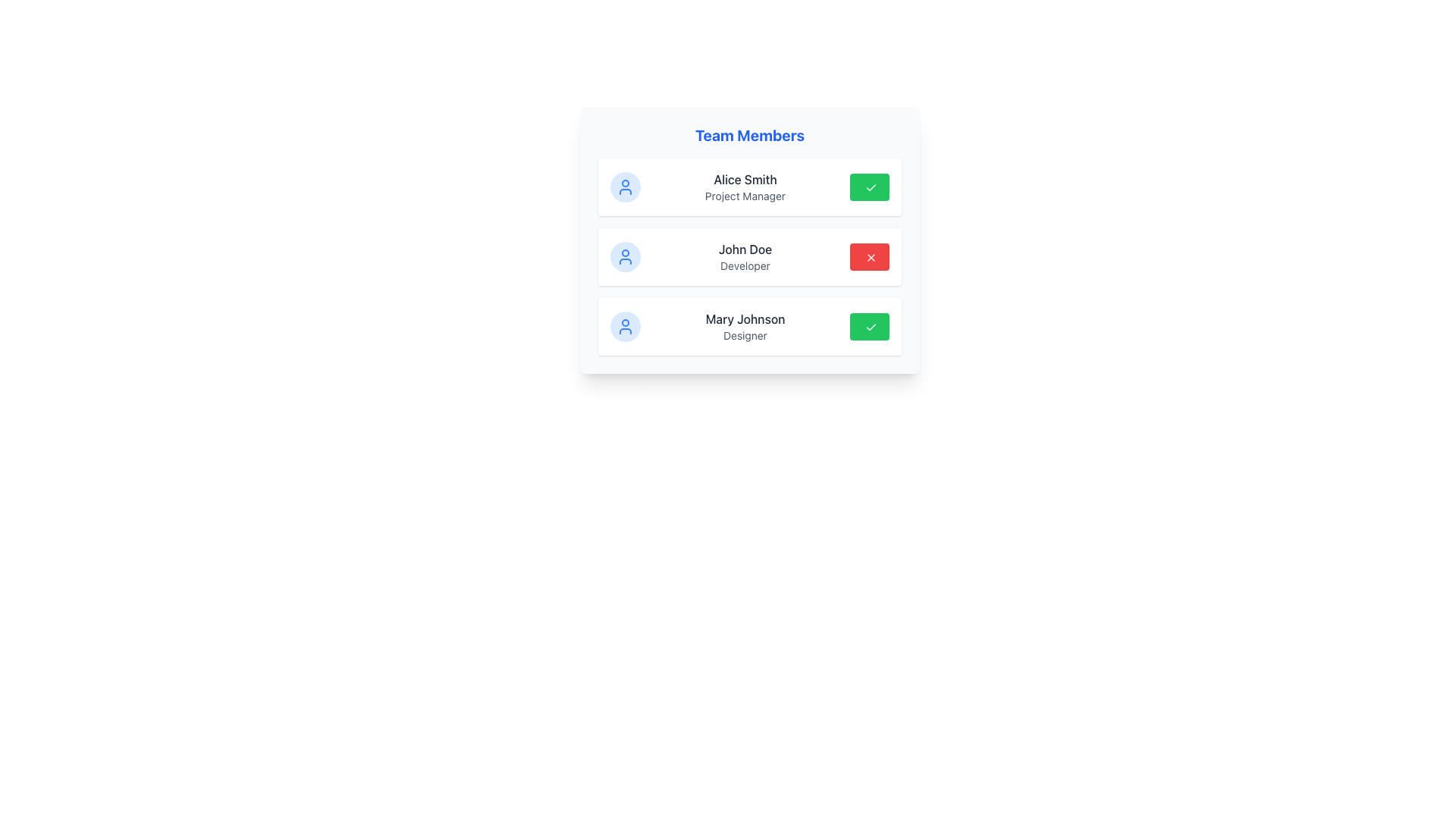 The image size is (1456, 819). I want to click on the Illustrative Icon representing Alice Smith, located at the top-left corner of her card labeled 'Alice Smith - Project Manager.', so click(626, 186).